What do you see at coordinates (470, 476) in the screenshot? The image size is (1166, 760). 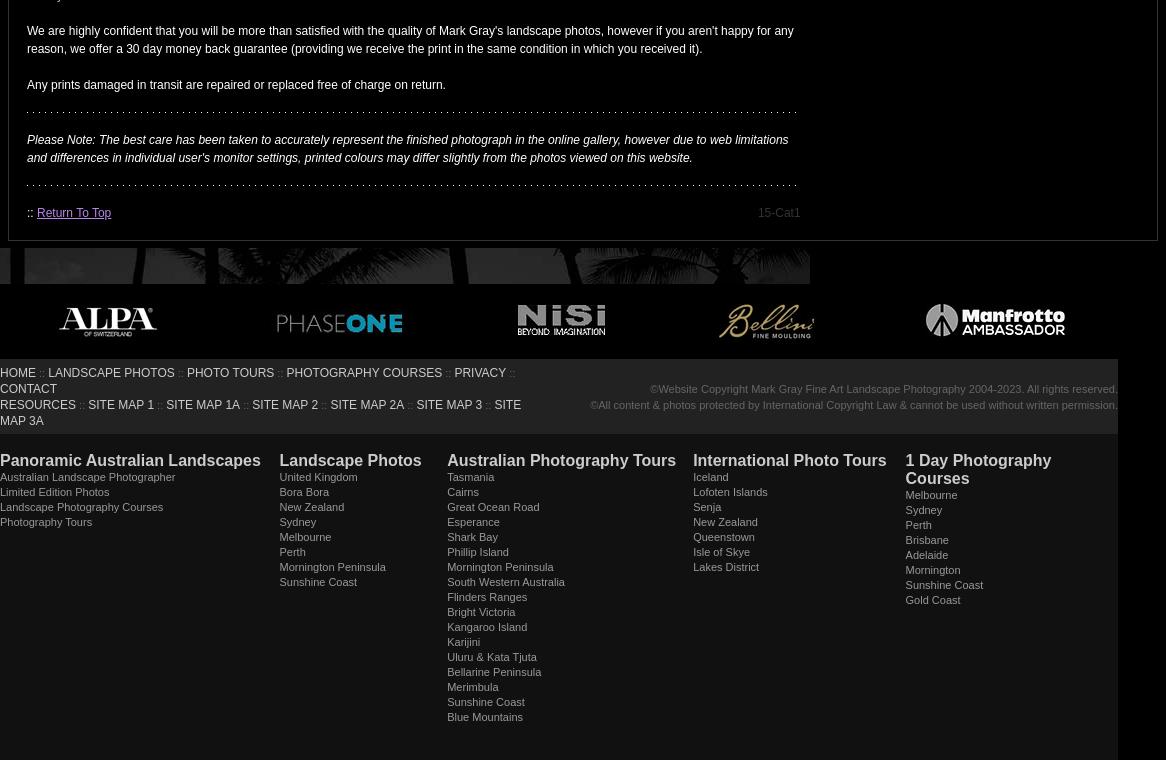 I see `'Tasmania'` at bounding box center [470, 476].